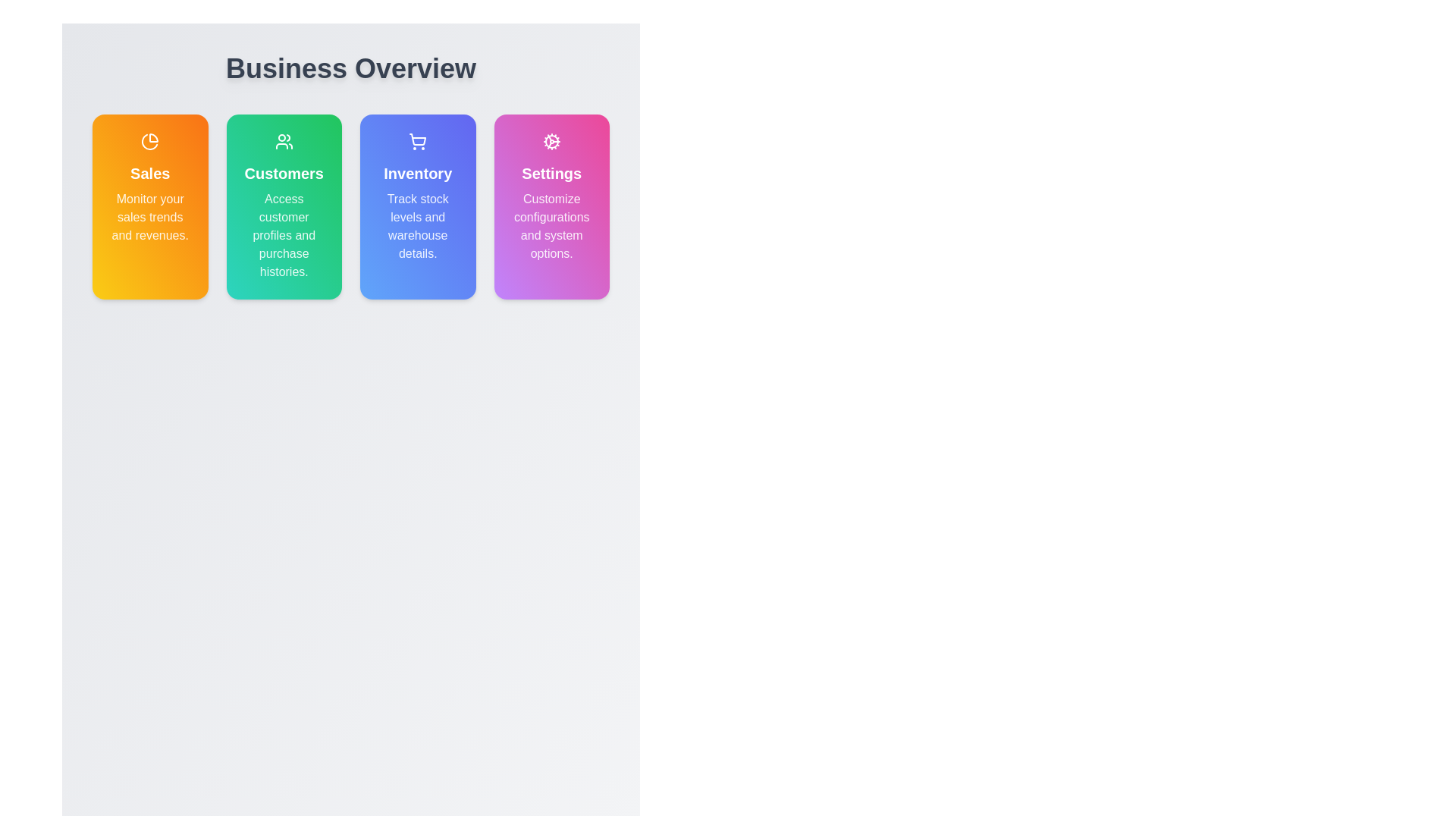 This screenshot has height=819, width=1456. I want to click on the shopping cart icon located at the top center of the blue card labeled 'Inventory', so click(418, 141).